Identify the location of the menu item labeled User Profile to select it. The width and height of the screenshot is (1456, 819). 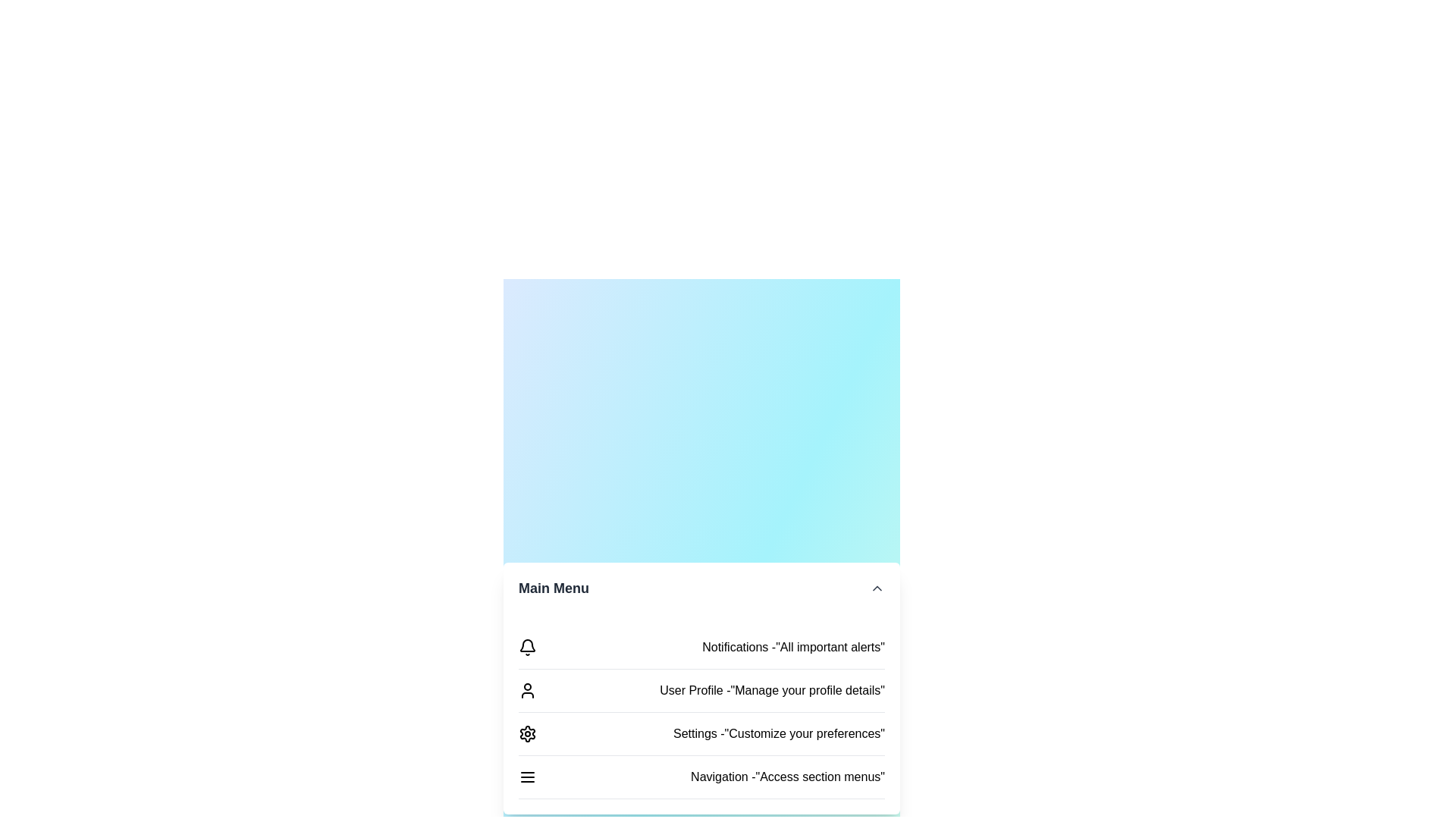
(528, 690).